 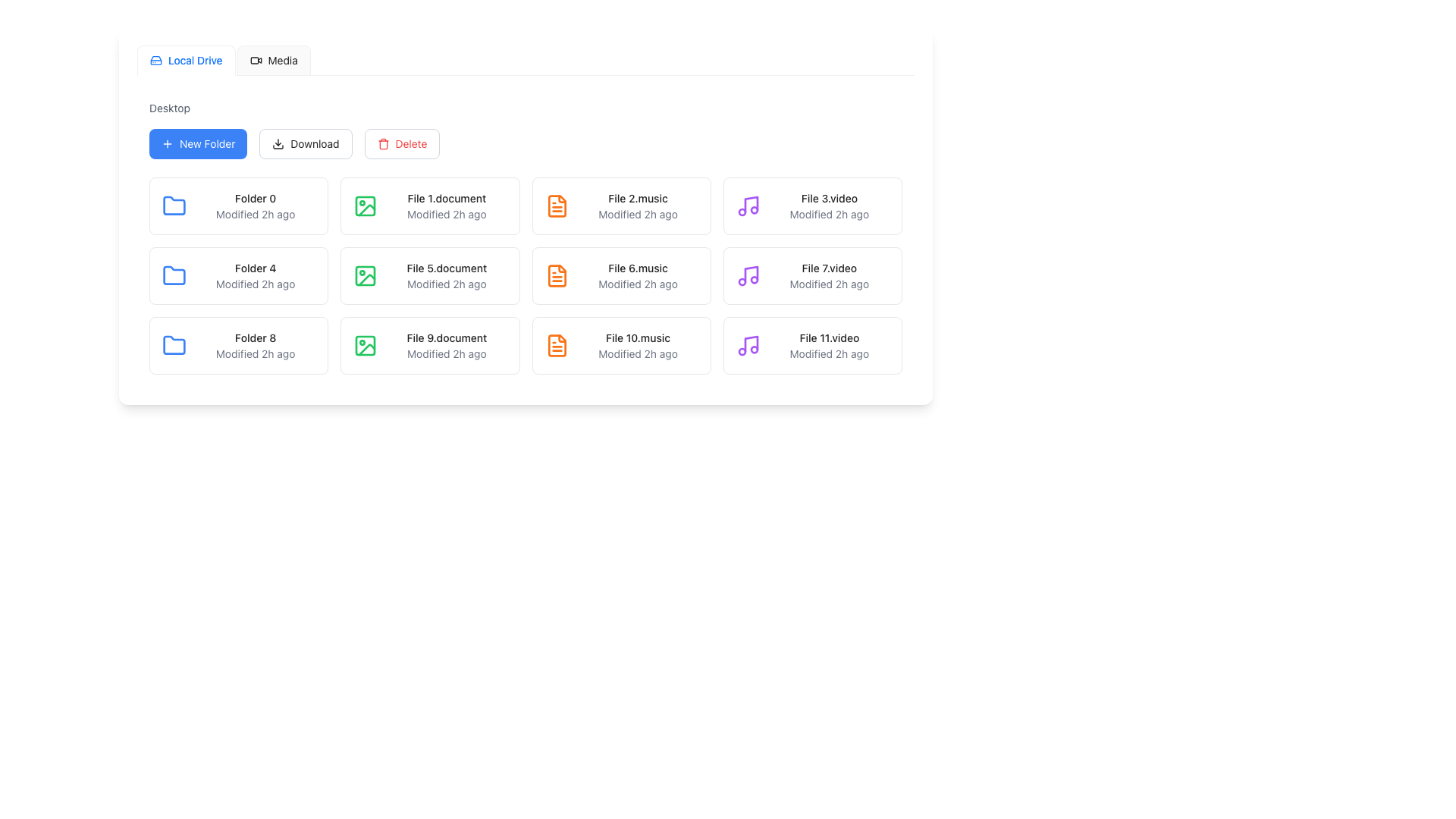 What do you see at coordinates (828, 198) in the screenshot?
I see `the text label reading 'File 3.video' in the file browser interface, which is styled in bold and changes color to blue on hover` at bounding box center [828, 198].